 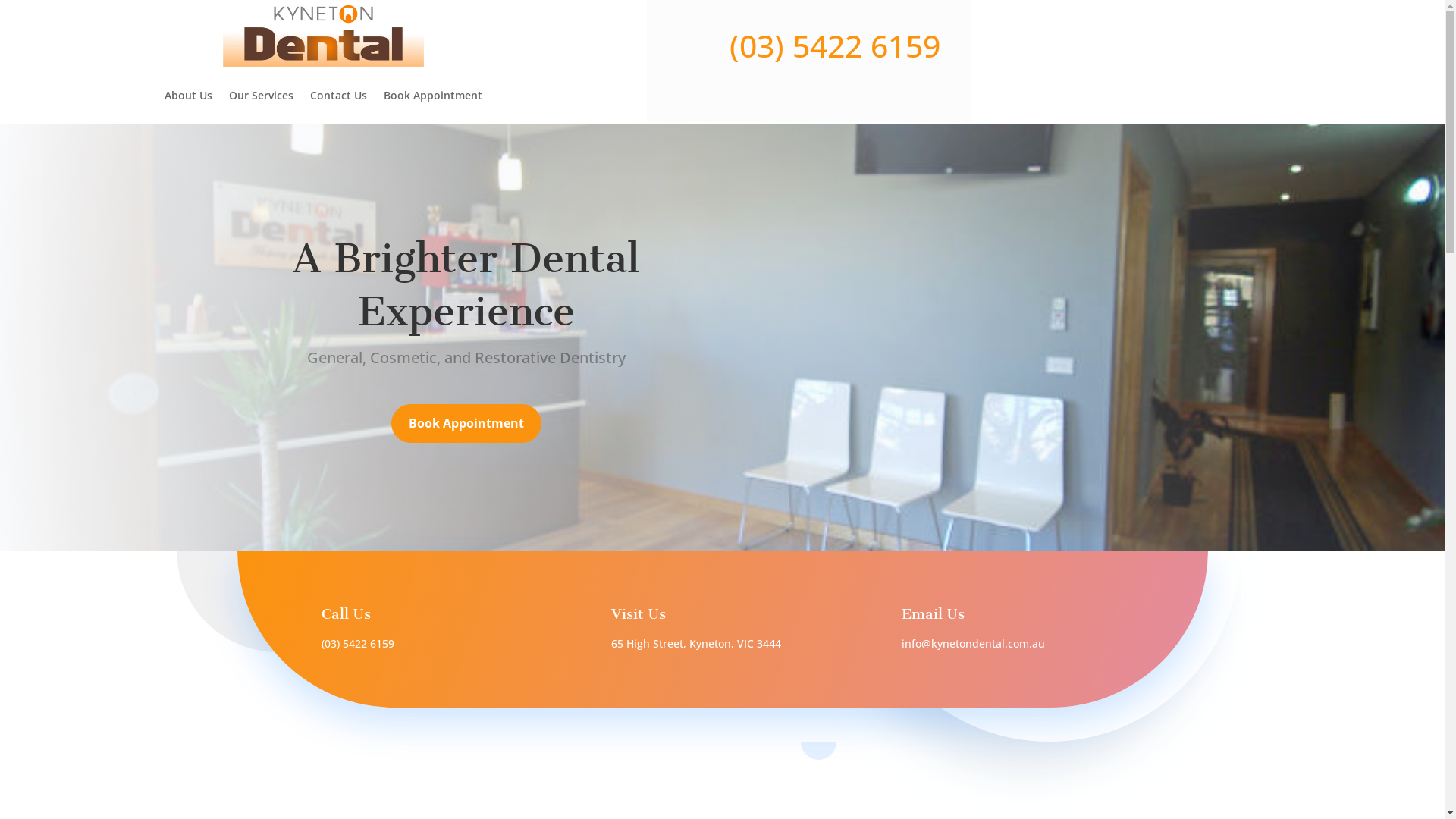 What do you see at coordinates (261, 96) in the screenshot?
I see `'Our Services'` at bounding box center [261, 96].